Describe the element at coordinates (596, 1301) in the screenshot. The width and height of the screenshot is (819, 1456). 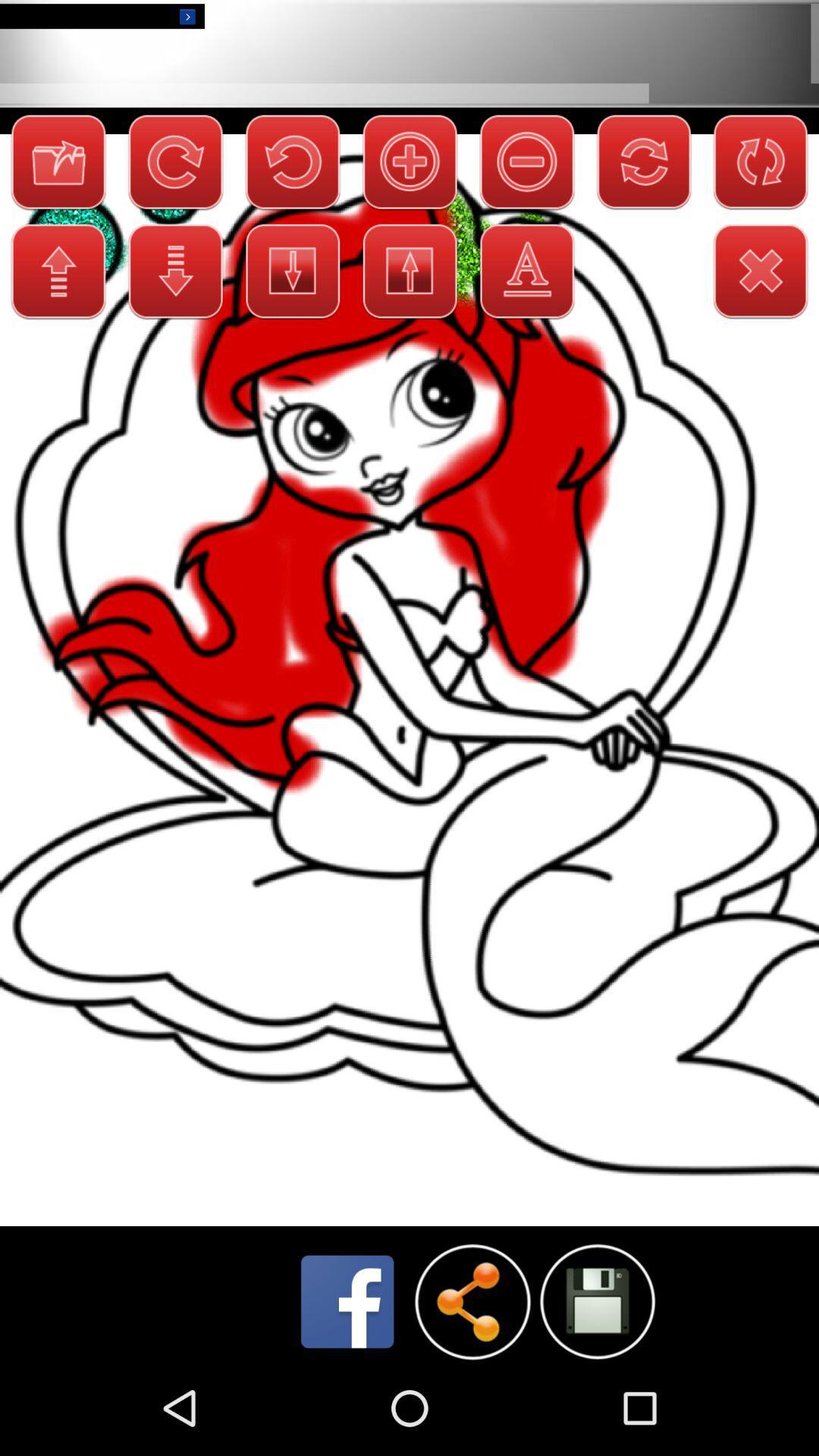
I see `save` at that location.